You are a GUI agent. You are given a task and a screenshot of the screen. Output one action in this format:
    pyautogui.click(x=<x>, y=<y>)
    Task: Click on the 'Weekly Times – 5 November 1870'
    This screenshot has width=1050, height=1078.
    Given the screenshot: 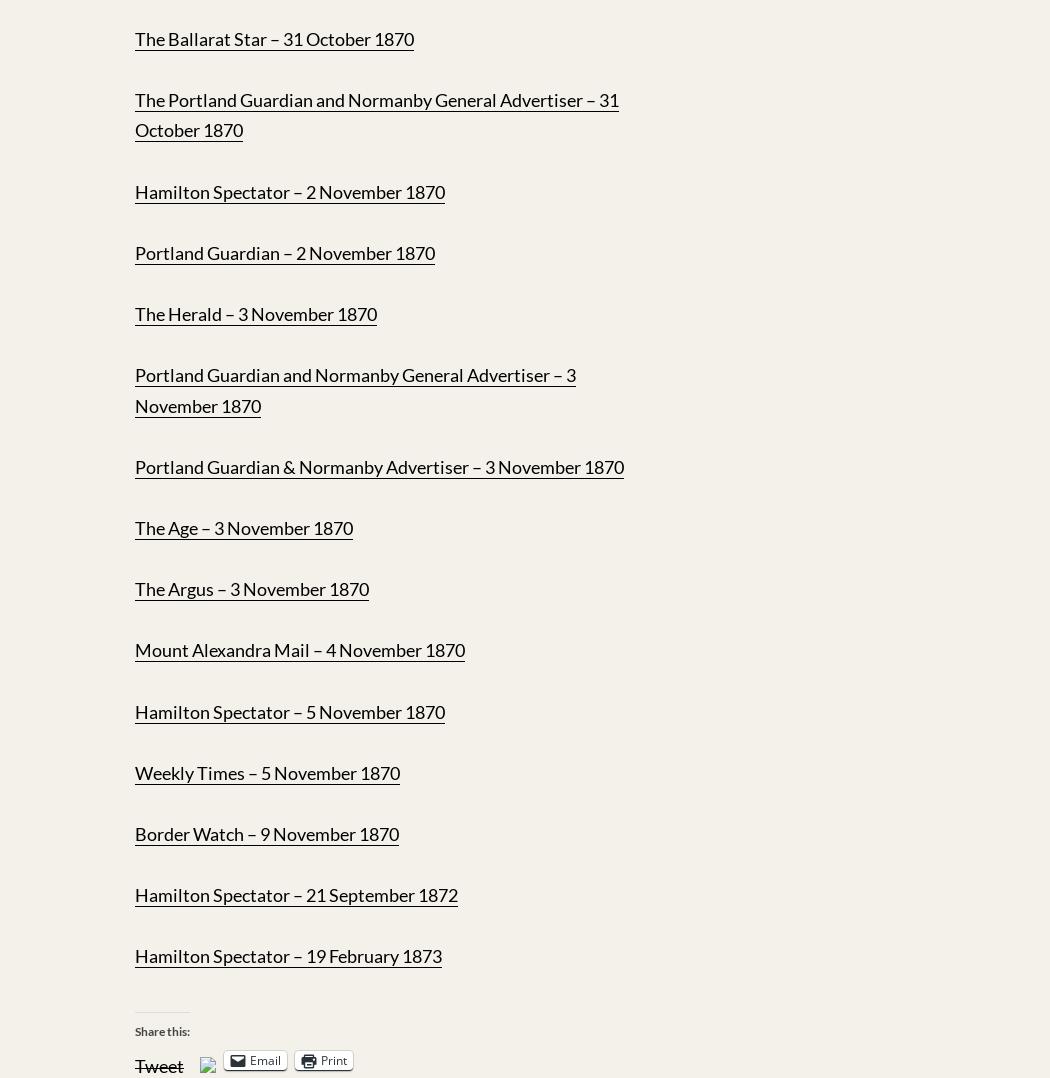 What is the action you would take?
    pyautogui.click(x=266, y=770)
    